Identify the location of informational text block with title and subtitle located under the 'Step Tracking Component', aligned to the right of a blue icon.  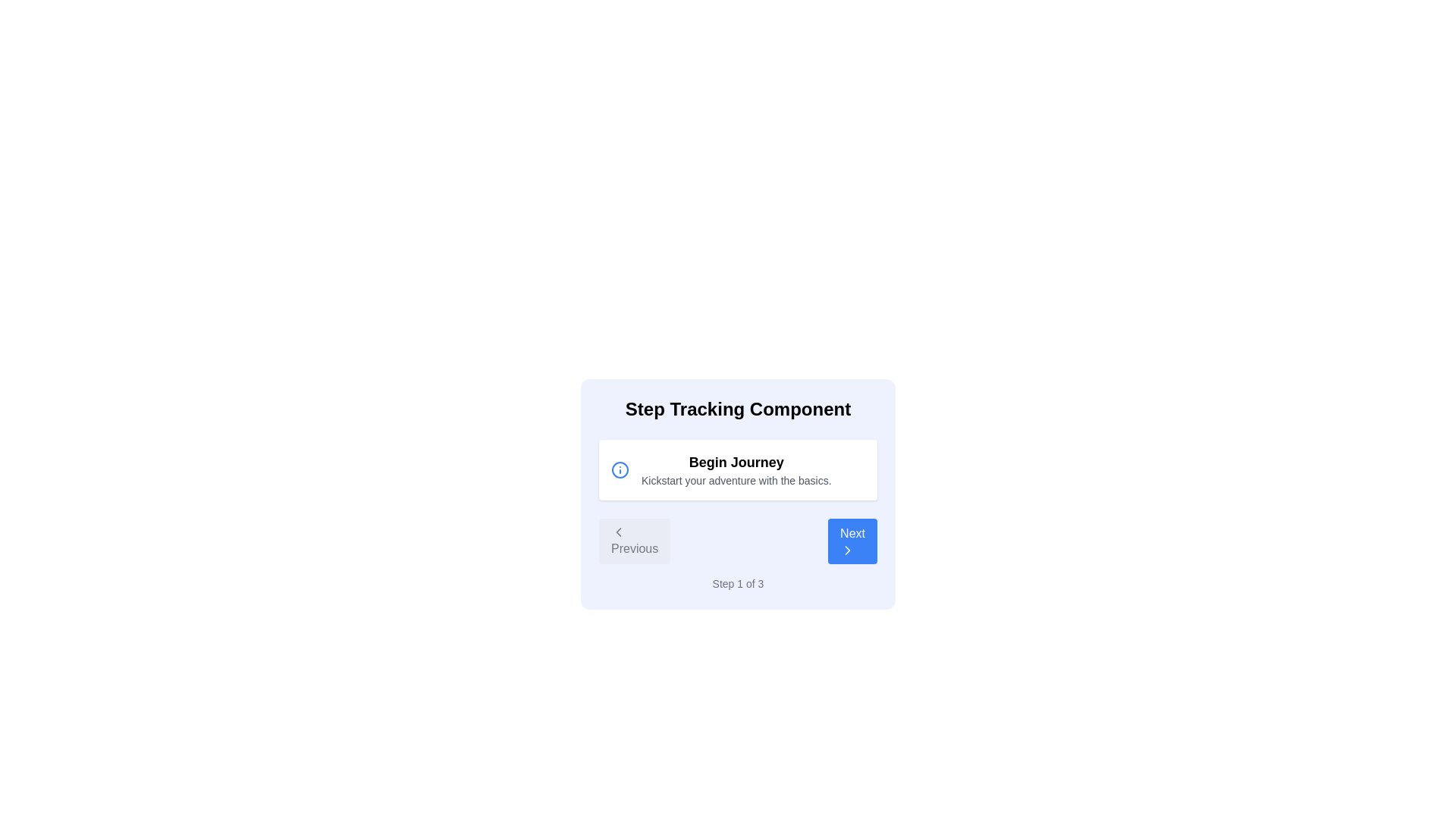
(736, 469).